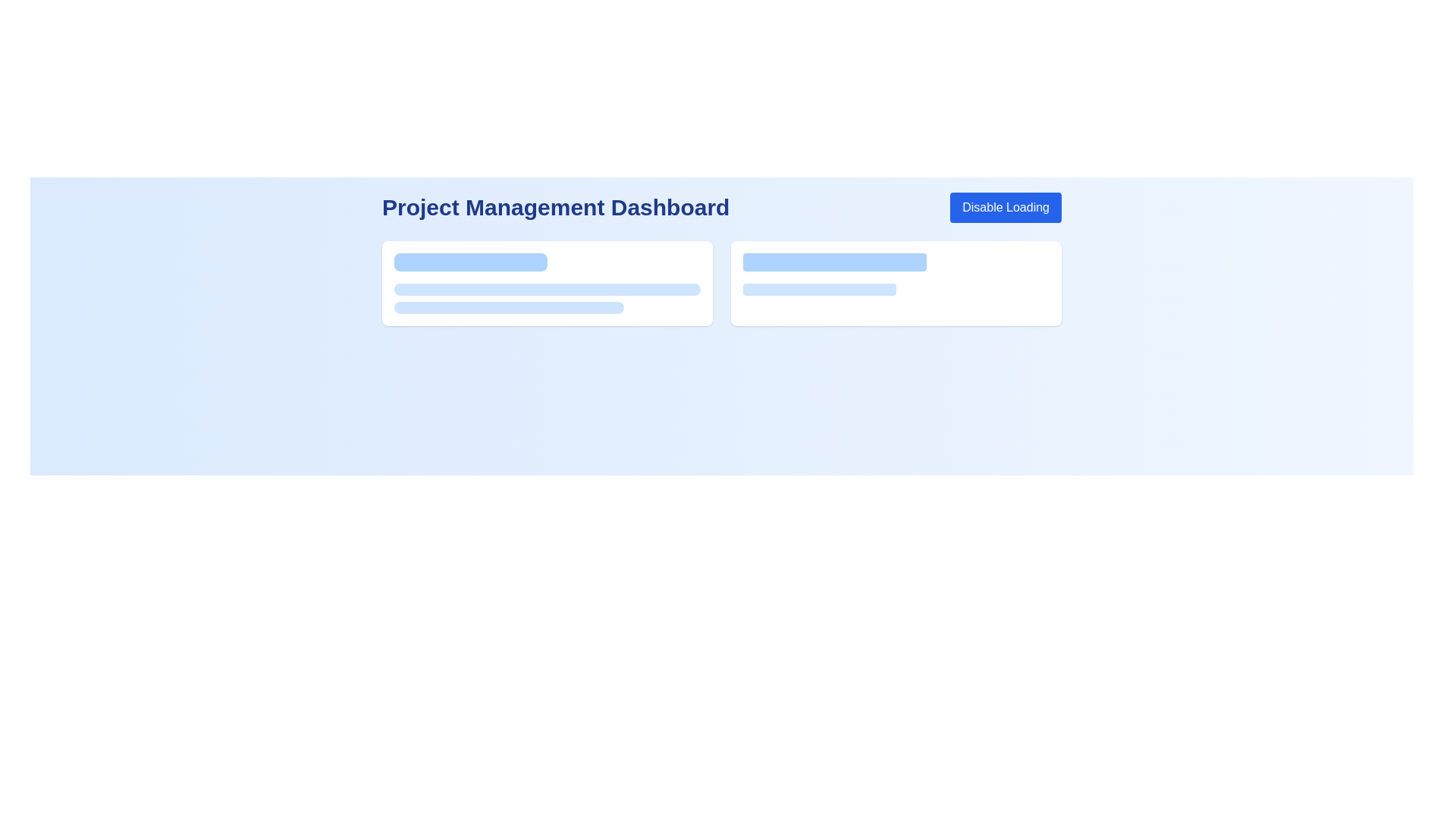  Describe the element at coordinates (546, 289) in the screenshot. I see `the Decorative bar, which is a horizontal bar with a light blue background and rounded corners, located below the header 'Project Management Dashboard'` at that location.